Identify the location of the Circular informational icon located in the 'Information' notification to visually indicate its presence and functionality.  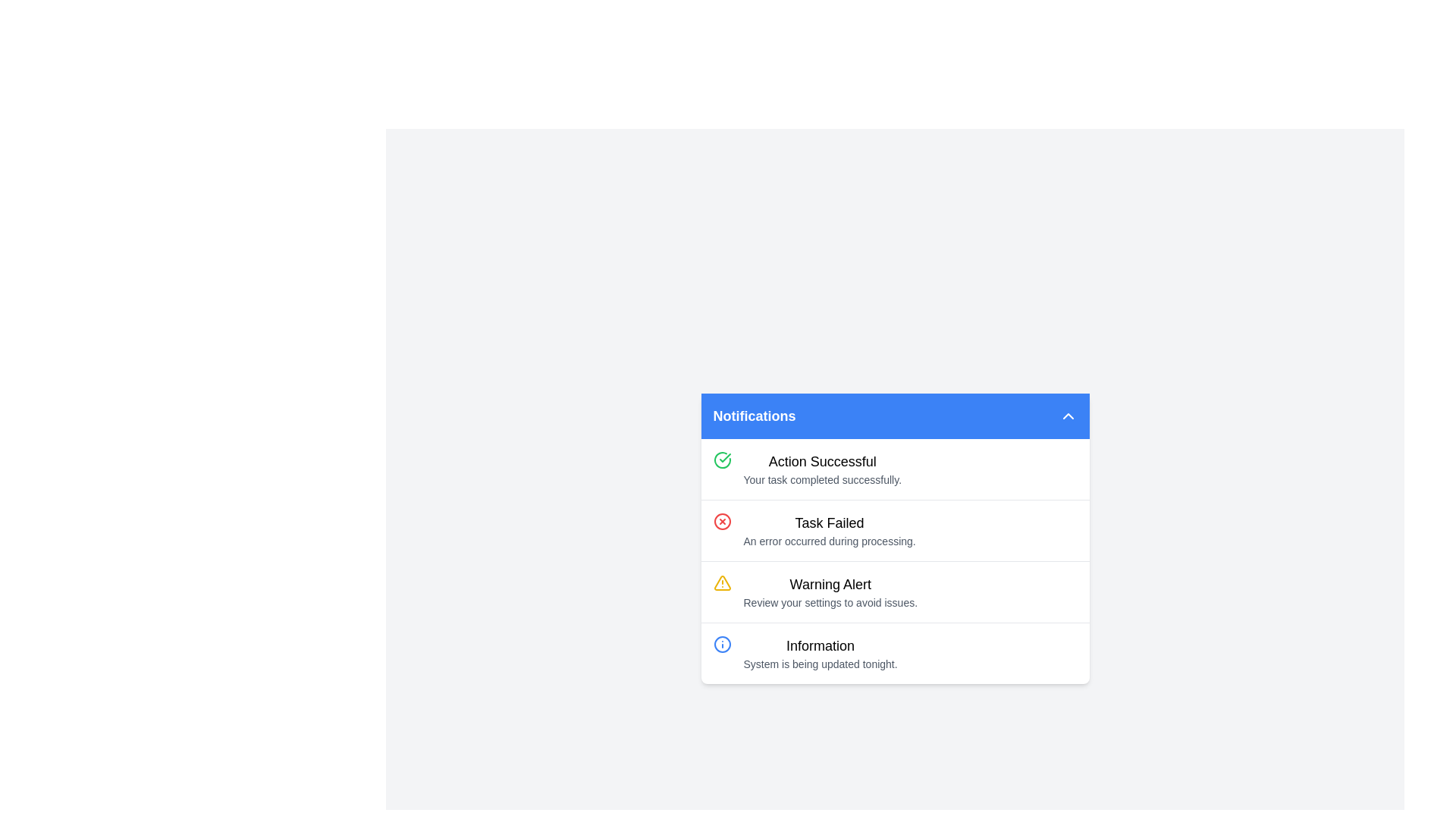
(721, 644).